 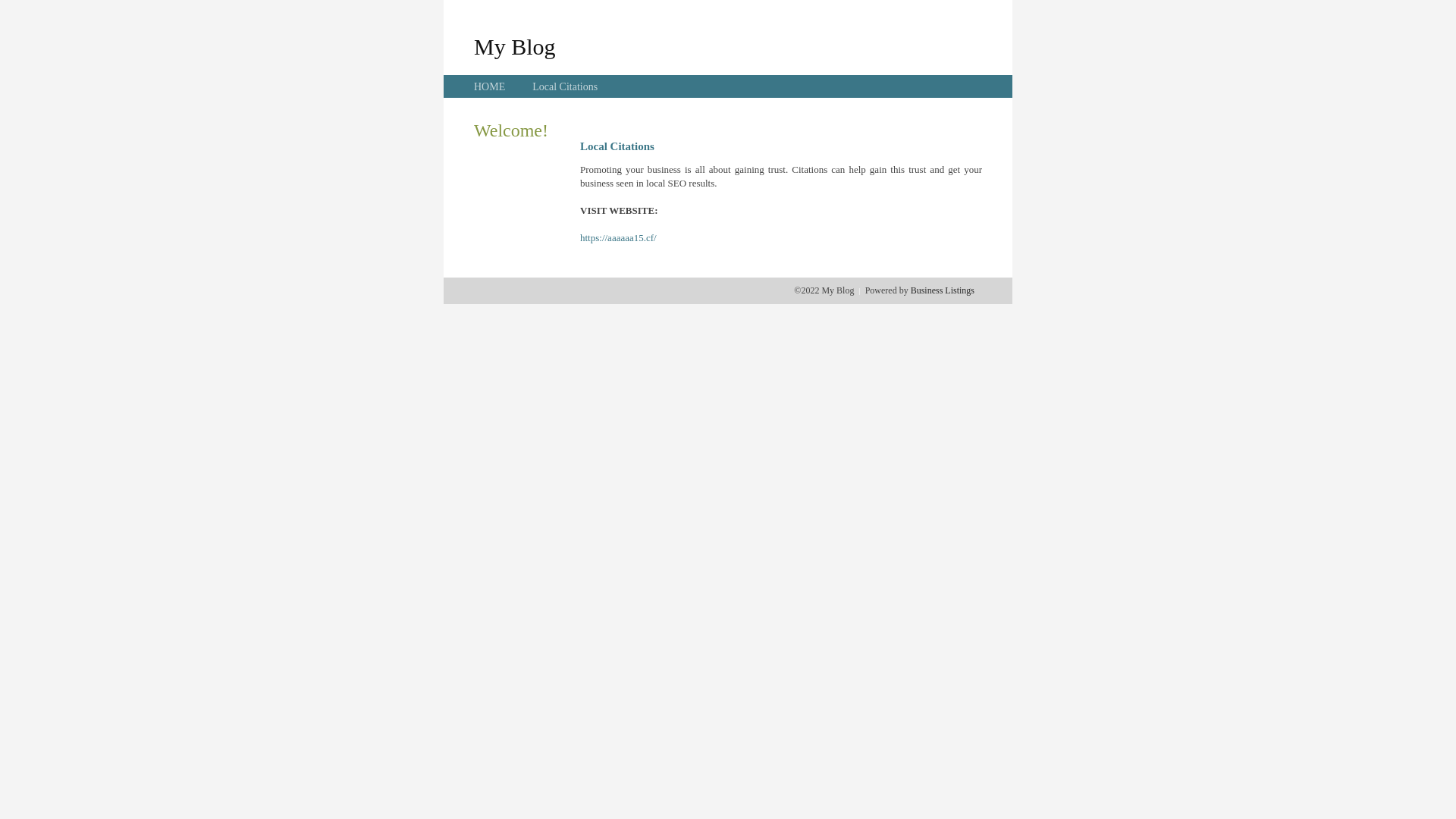 I want to click on 'HOME', so click(x=489, y=86).